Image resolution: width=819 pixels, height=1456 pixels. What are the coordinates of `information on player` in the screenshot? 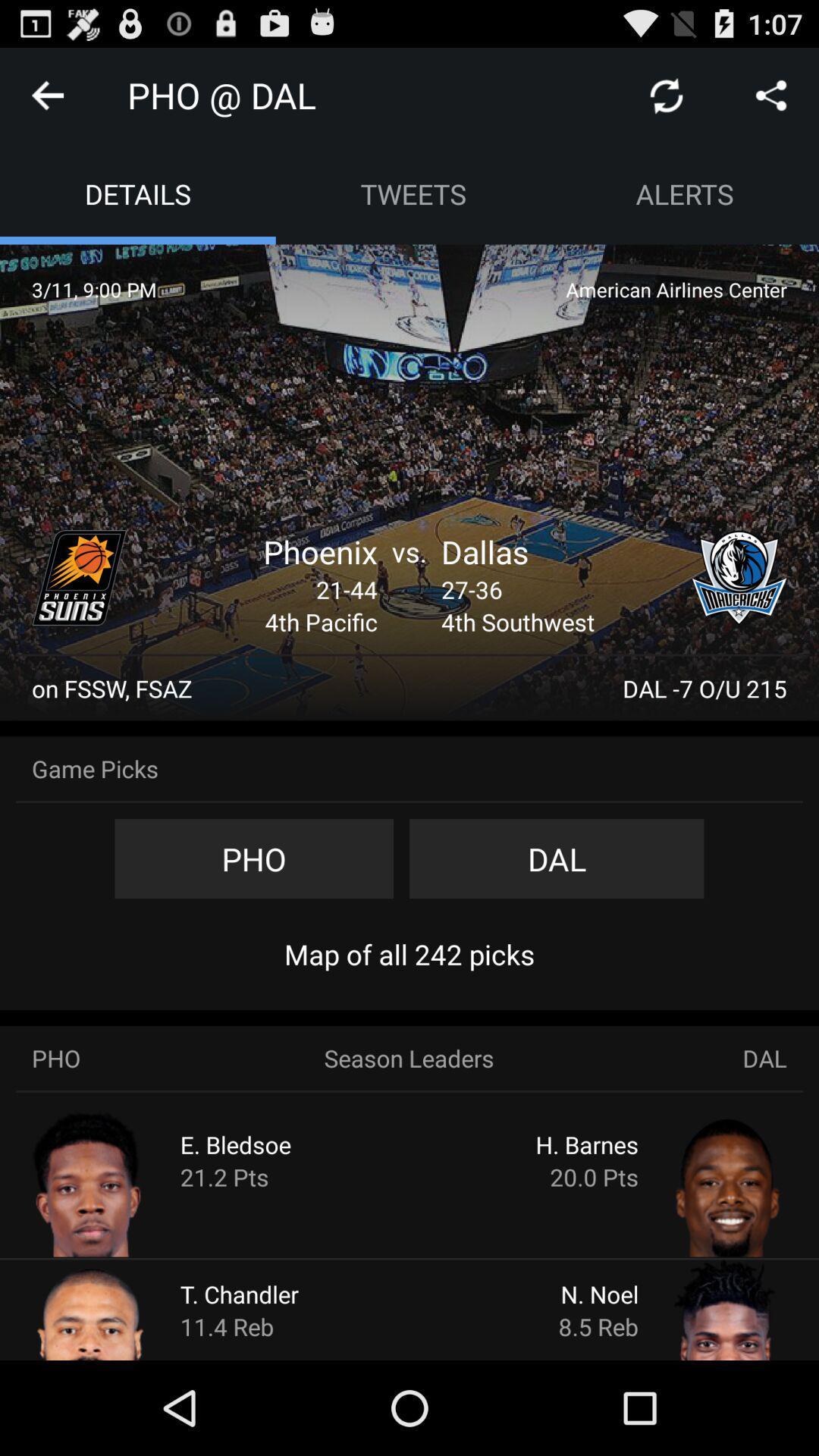 It's located at (118, 1308).